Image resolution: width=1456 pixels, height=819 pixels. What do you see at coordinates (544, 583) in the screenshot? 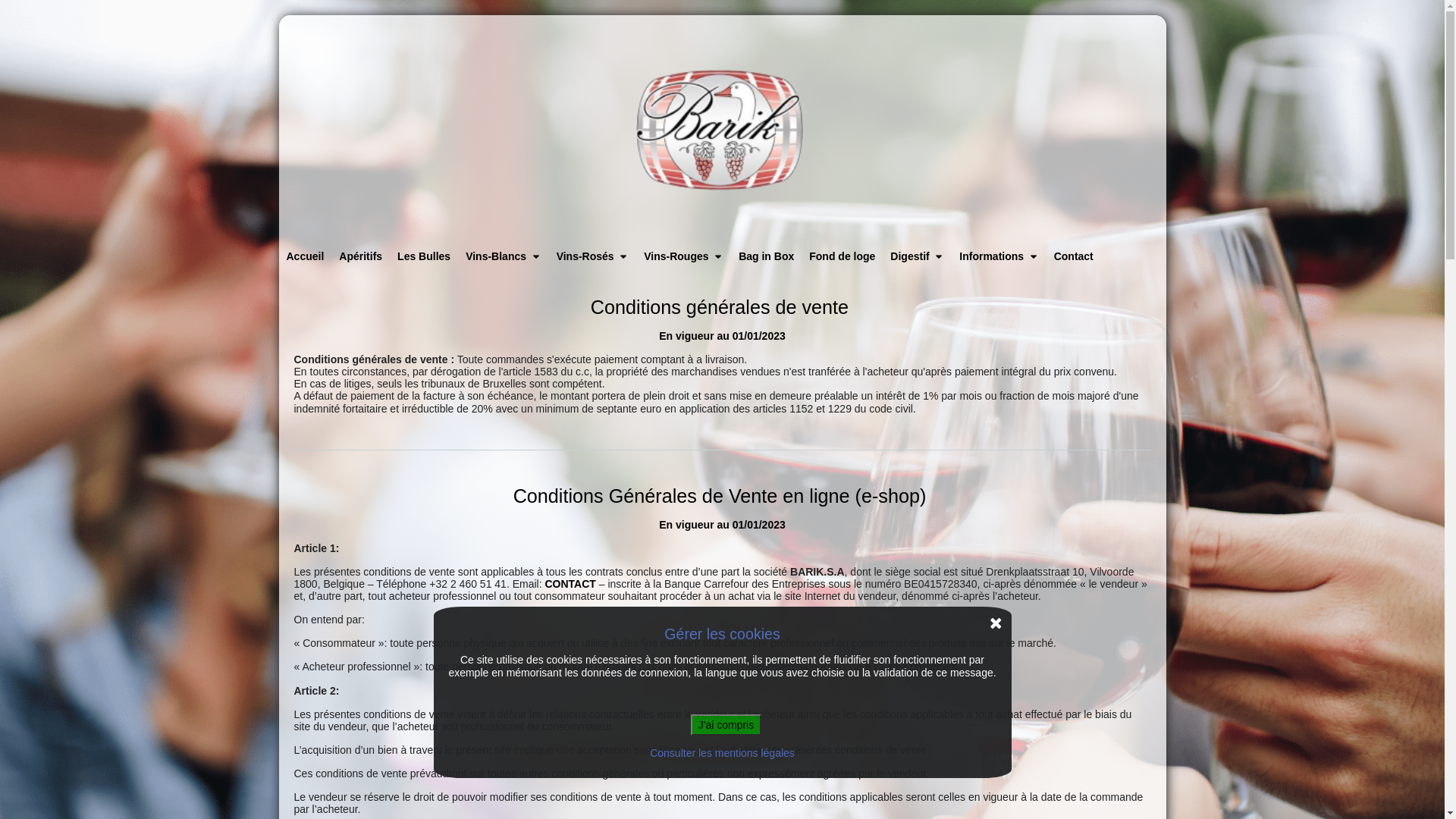
I see `'CONTACT'` at bounding box center [544, 583].